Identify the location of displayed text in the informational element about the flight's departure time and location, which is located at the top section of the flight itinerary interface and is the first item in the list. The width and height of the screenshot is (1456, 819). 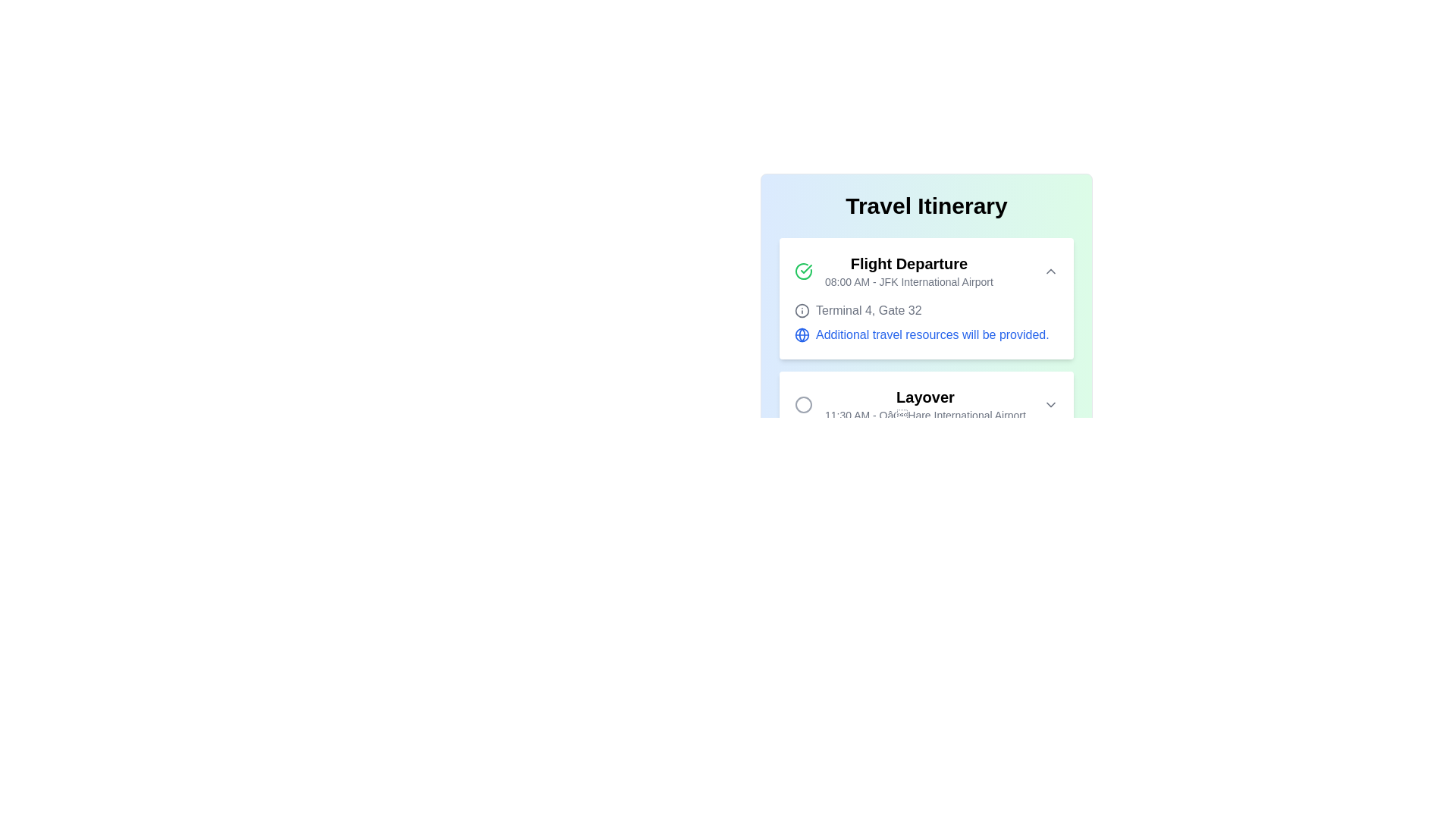
(893, 271).